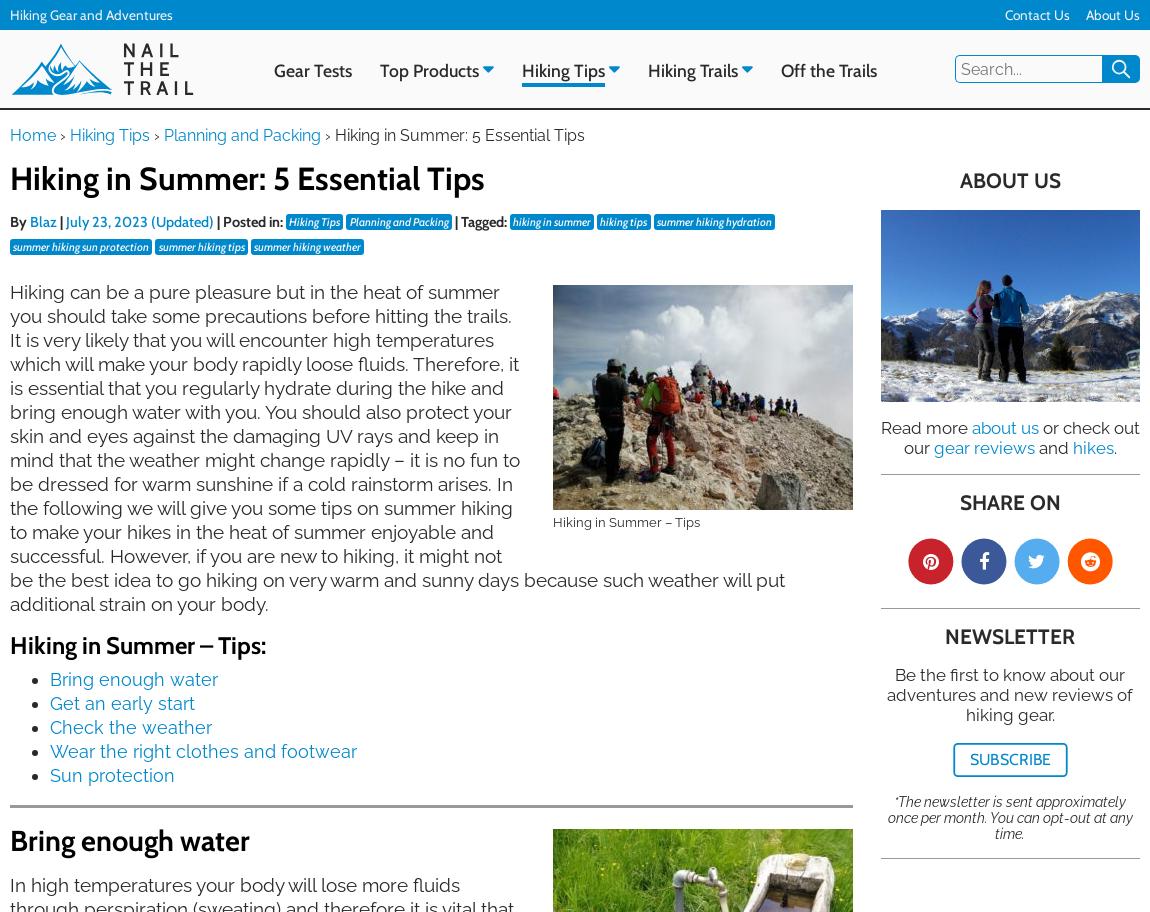  I want to click on 'Hiking can be a pure pleasure but in the heat of summer you should take some precautions before hitting the trails. It is very likely that you will encounter high temperatures which will make your body rapidly loose fluids. Therefore, it is essential that you regularly hydrate during the hike and bring enough water with you. You should also protect your skin and eyes against the damaging UV rays and keep in mind that the weather might change rapidly – it is no fun to be dressed for warm sunshine if a cold rainstorm arises. In the following we will give you some tips on summer hiking to make your hikes in the heat of summer enjoyable and successful. However, if you are new to hiking, it might not be the best idea to go hiking on very warm and sunny days because such weather will put additional strain on your body.', so click(397, 446).